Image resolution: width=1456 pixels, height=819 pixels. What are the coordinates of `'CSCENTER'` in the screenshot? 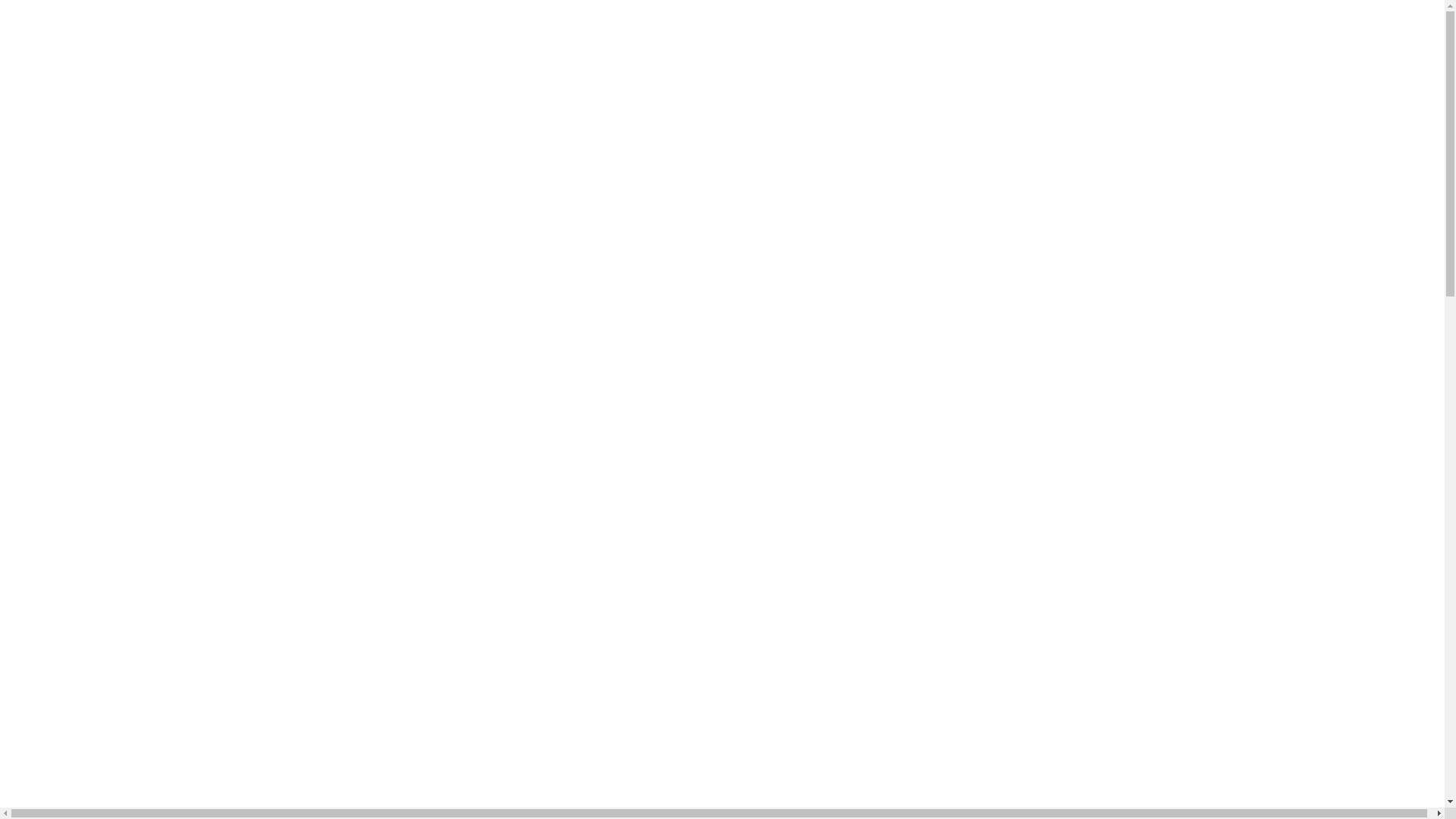 It's located at (36, 133).